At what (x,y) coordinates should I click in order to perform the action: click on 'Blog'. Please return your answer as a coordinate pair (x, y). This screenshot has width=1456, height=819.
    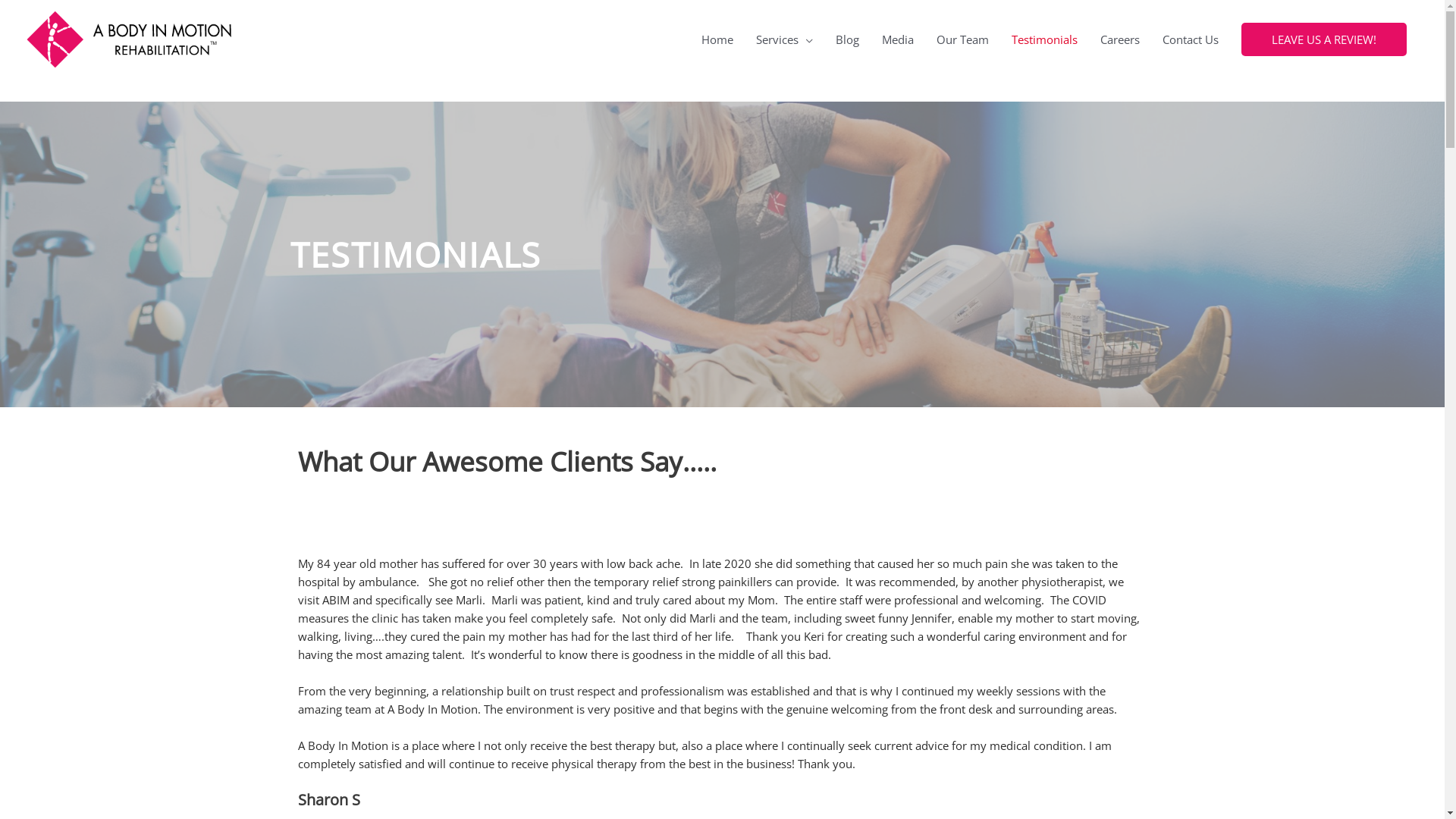
    Looking at the image, I should click on (823, 38).